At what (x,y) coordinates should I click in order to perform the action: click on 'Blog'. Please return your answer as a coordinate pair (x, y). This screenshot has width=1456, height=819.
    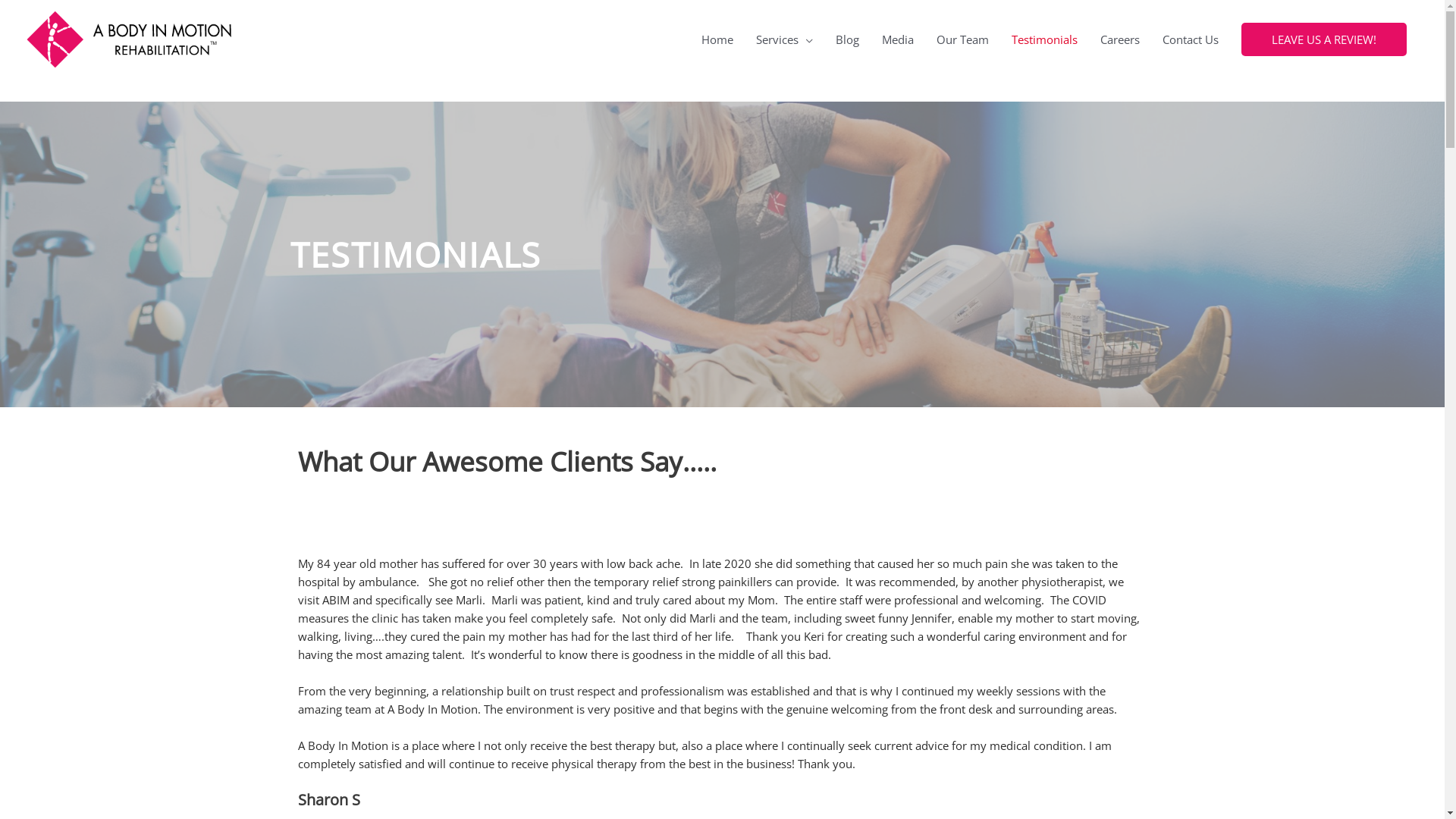
    Looking at the image, I should click on (823, 38).